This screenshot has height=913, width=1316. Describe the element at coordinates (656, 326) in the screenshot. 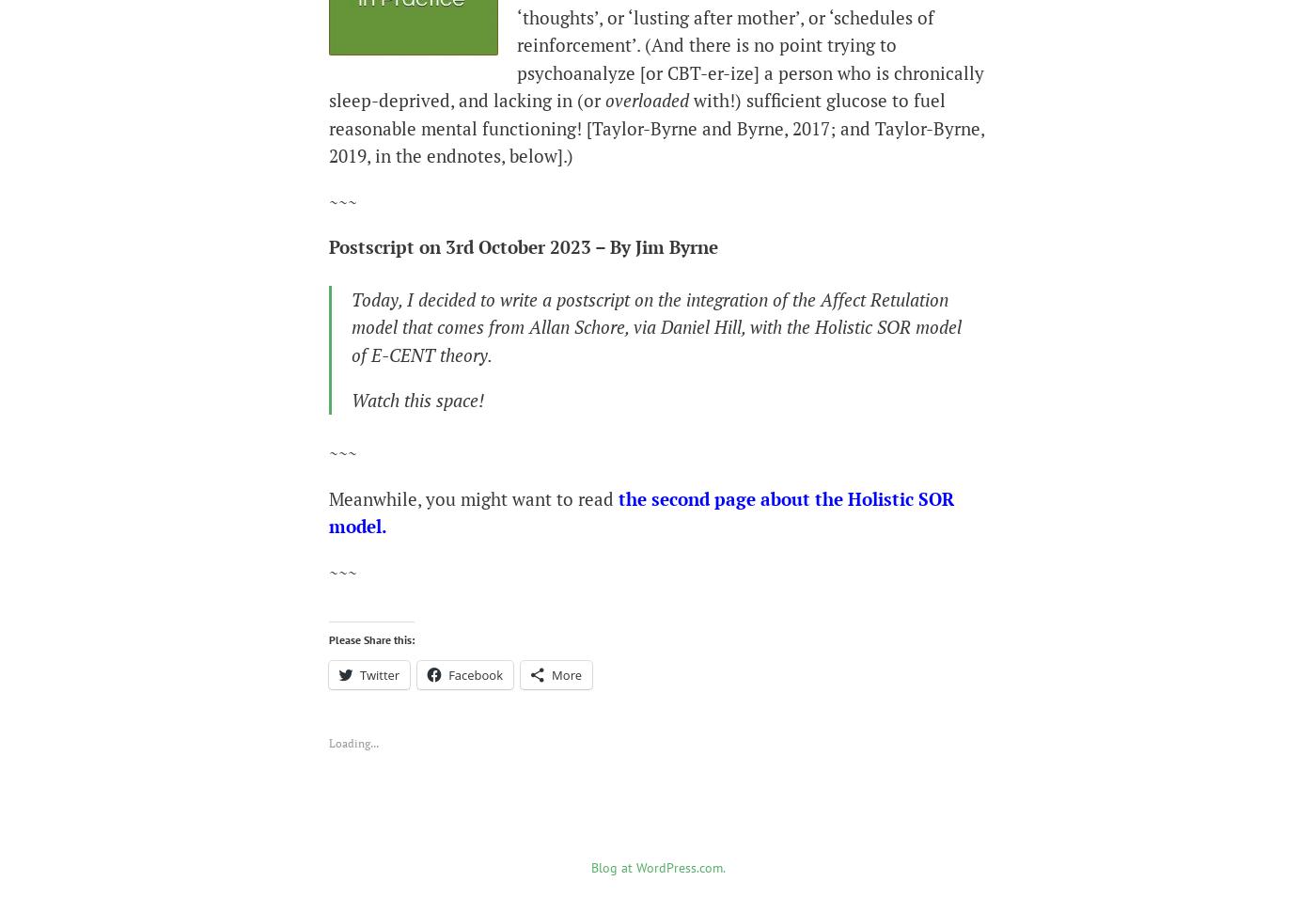

I see `'Today, I decided to write a postscript on the integration of the Affect Retulation model that comes from Allan Schore, via Daniel Hill, with the Holistic SOR model of E-CENT theory.'` at that location.